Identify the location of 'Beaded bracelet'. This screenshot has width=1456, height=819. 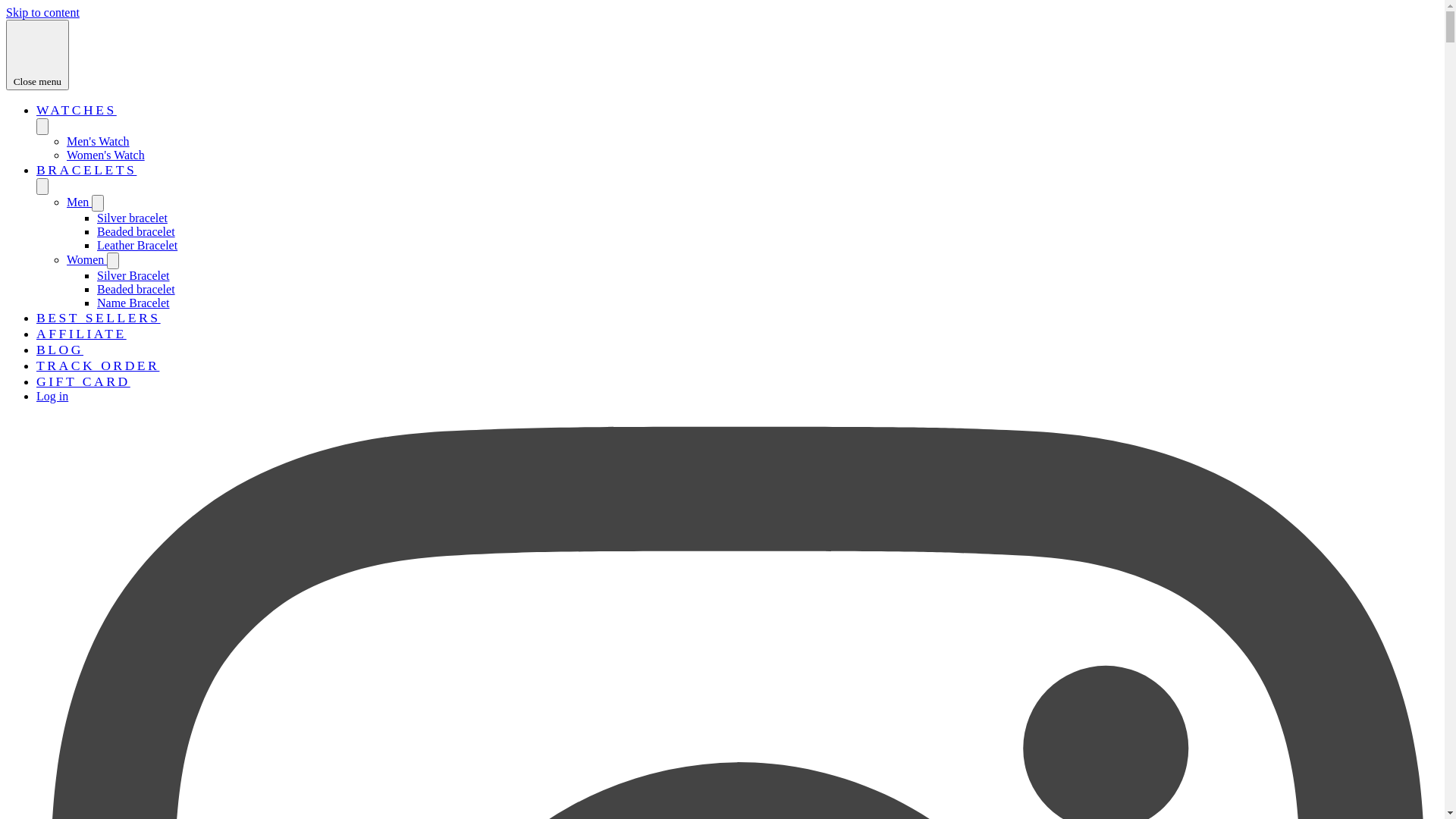
(136, 289).